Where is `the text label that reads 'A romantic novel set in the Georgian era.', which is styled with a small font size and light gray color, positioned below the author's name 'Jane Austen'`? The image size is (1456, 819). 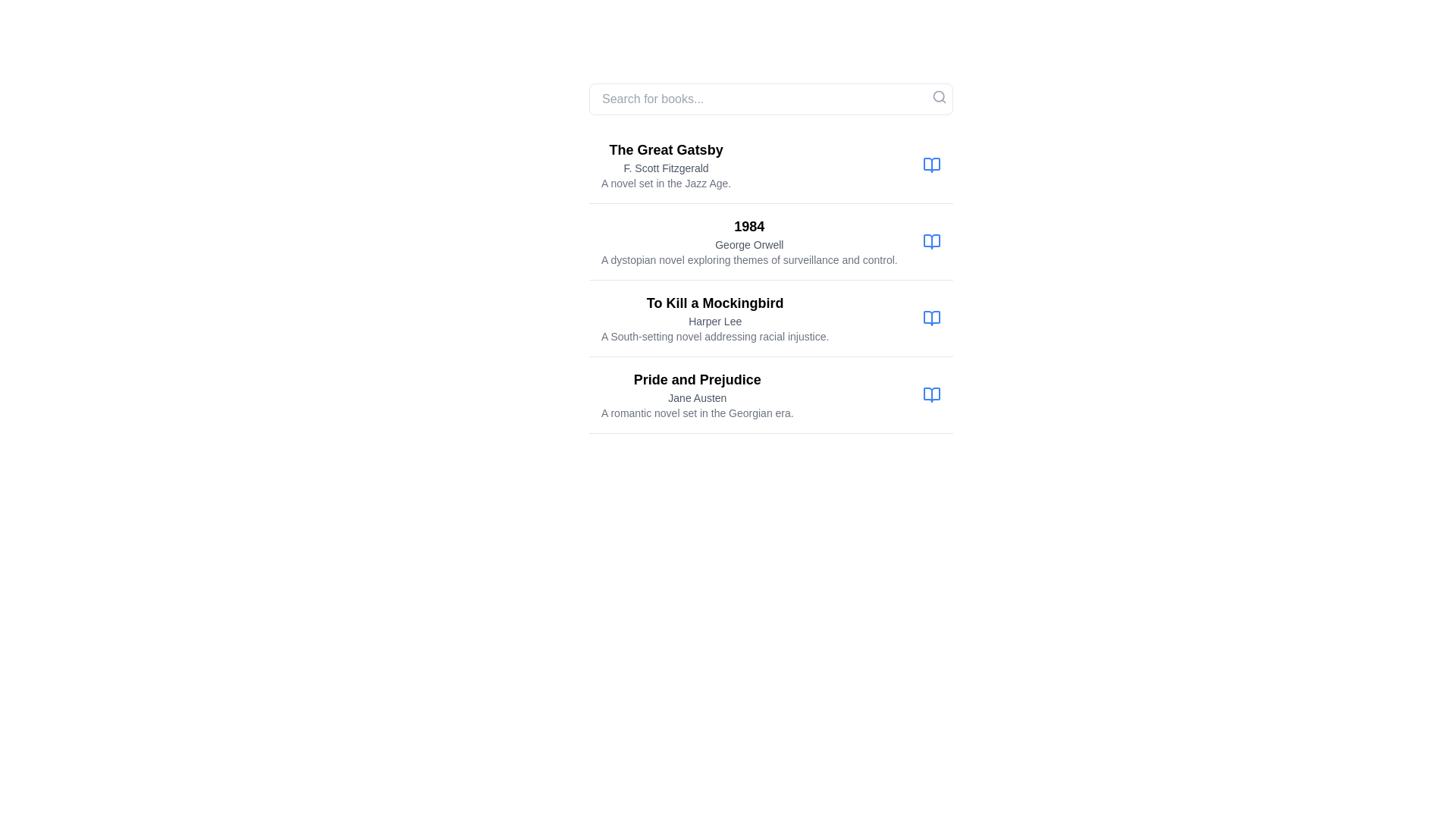 the text label that reads 'A romantic novel set in the Georgian era.', which is styled with a small font size and light gray color, positioned below the author's name 'Jane Austen' is located at coordinates (696, 413).